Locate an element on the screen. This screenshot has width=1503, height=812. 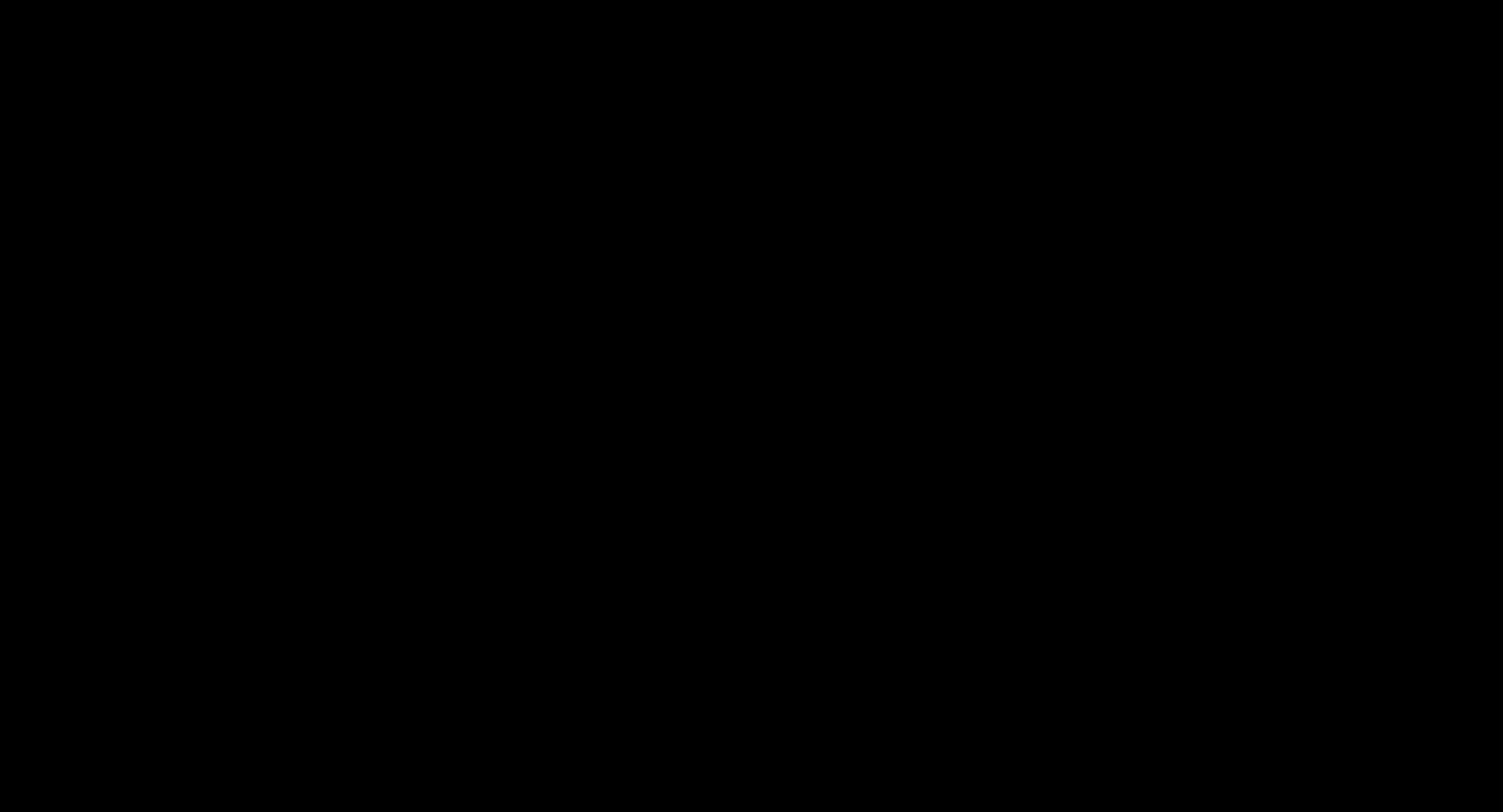
', but as you can see, we were pretty close...' is located at coordinates (759, 158).